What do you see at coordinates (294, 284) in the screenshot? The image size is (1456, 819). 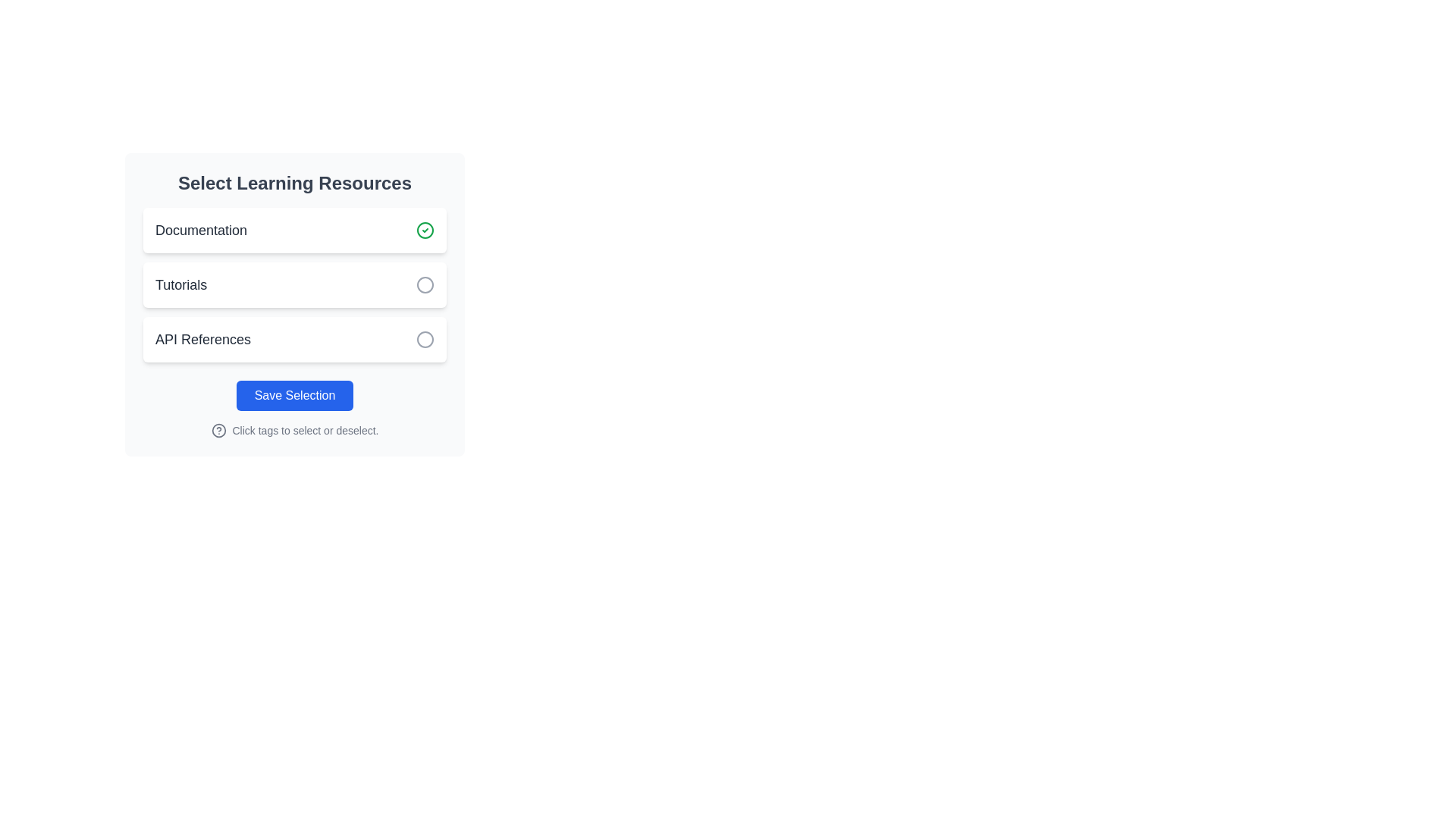 I see `the second selectable item labeled 'Tutorials' in the 'Select Learning Resources' section` at bounding box center [294, 284].